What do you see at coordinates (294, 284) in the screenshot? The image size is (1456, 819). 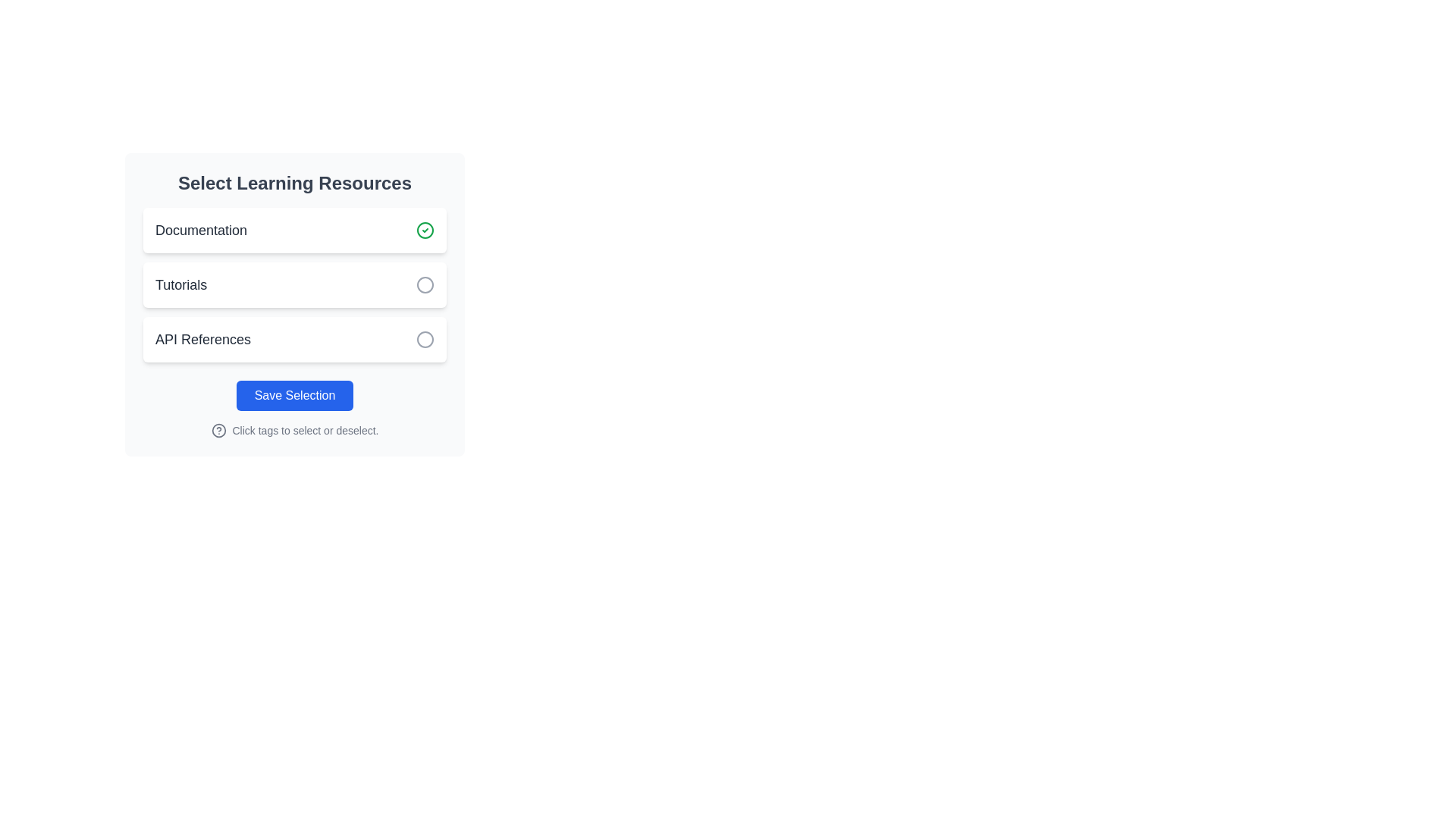 I see `the second selectable item labeled 'Tutorials' in the 'Select Learning Resources' section` at bounding box center [294, 284].